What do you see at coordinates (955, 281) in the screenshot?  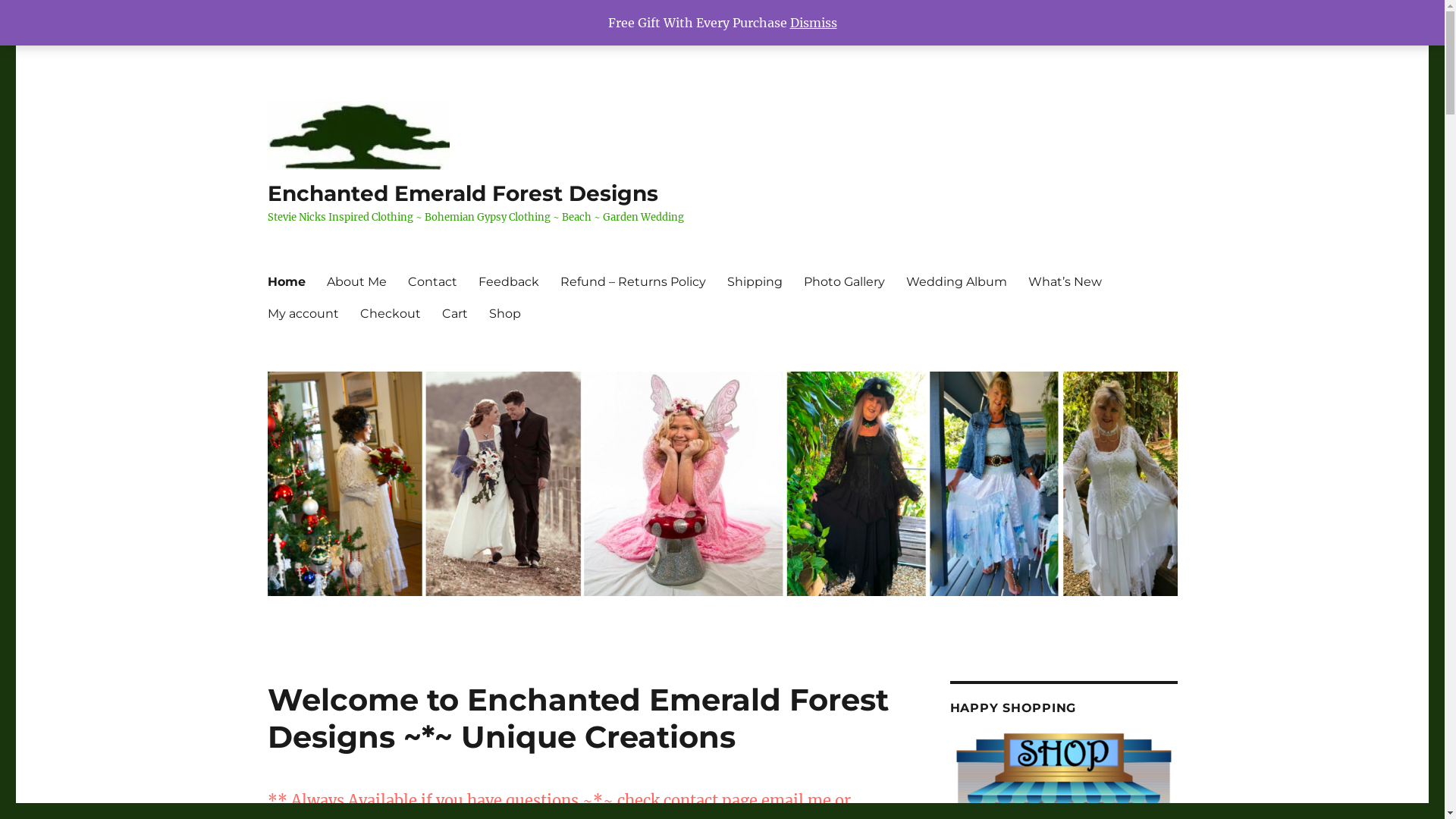 I see `'Wedding Album'` at bounding box center [955, 281].